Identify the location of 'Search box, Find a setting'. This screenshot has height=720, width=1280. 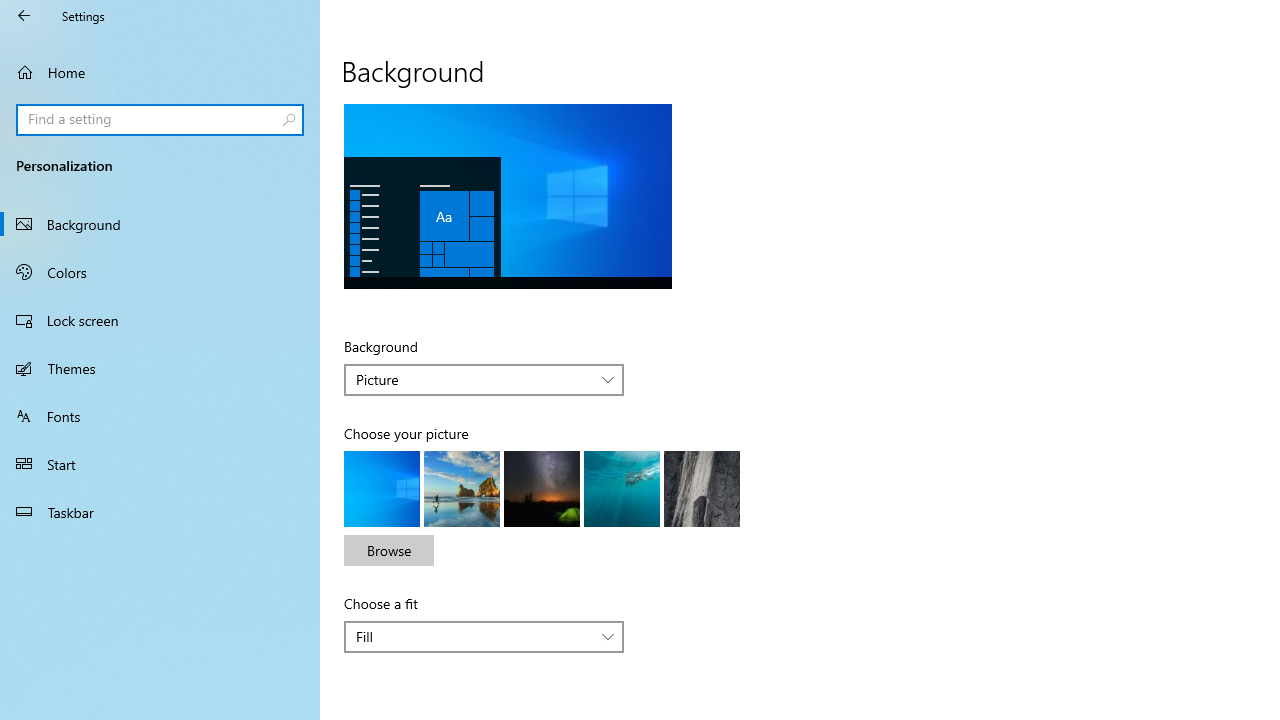
(160, 119).